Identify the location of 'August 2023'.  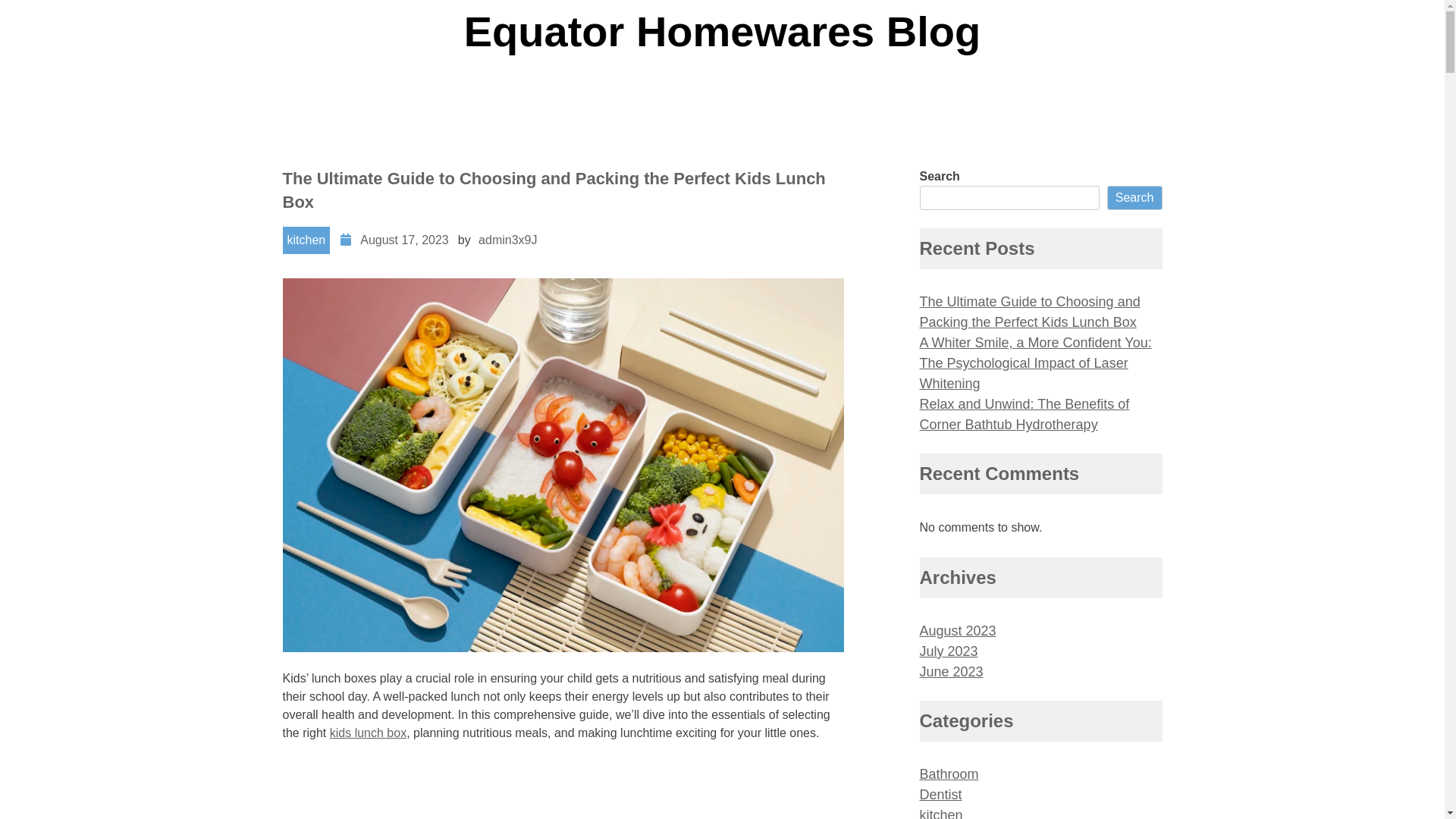
(918, 631).